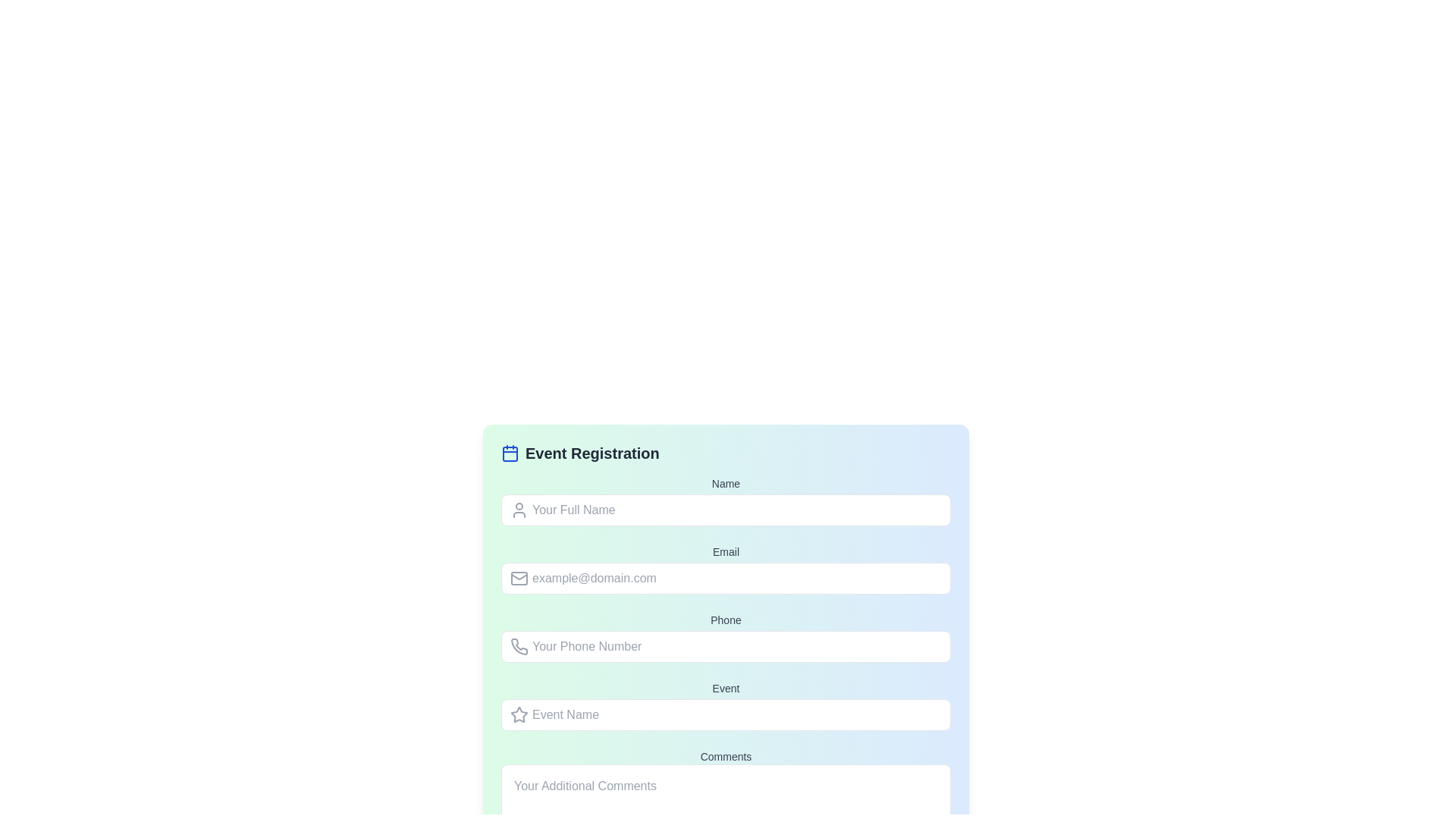 The image size is (1456, 819). I want to click on the text label displaying the word 'Event', which is styled in medium gray and serves as a label for the 'Event Name' input field in the 'Event Registration' form, so click(725, 688).